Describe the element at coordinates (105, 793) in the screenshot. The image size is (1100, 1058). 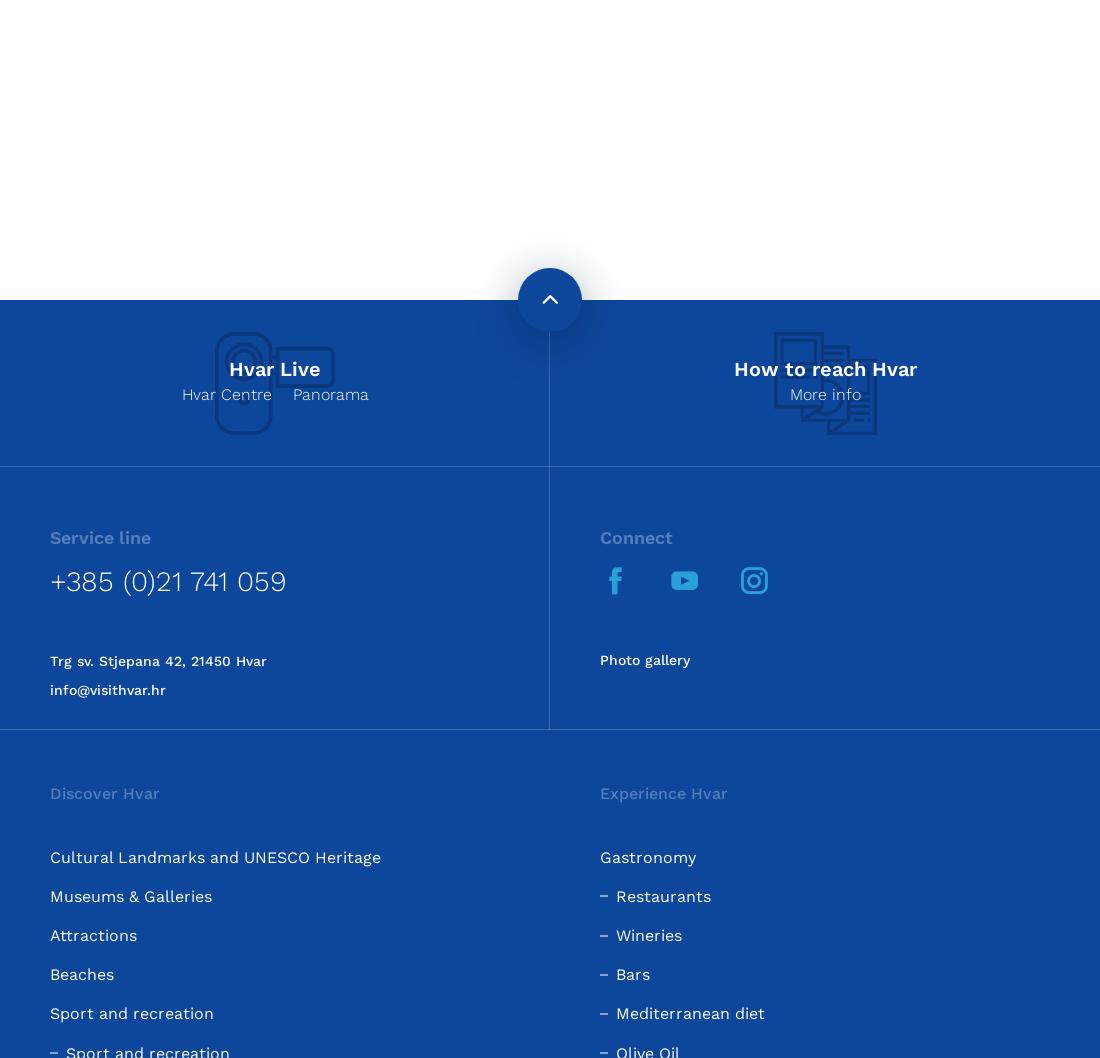
I see `'Discover Hvar'` at that location.